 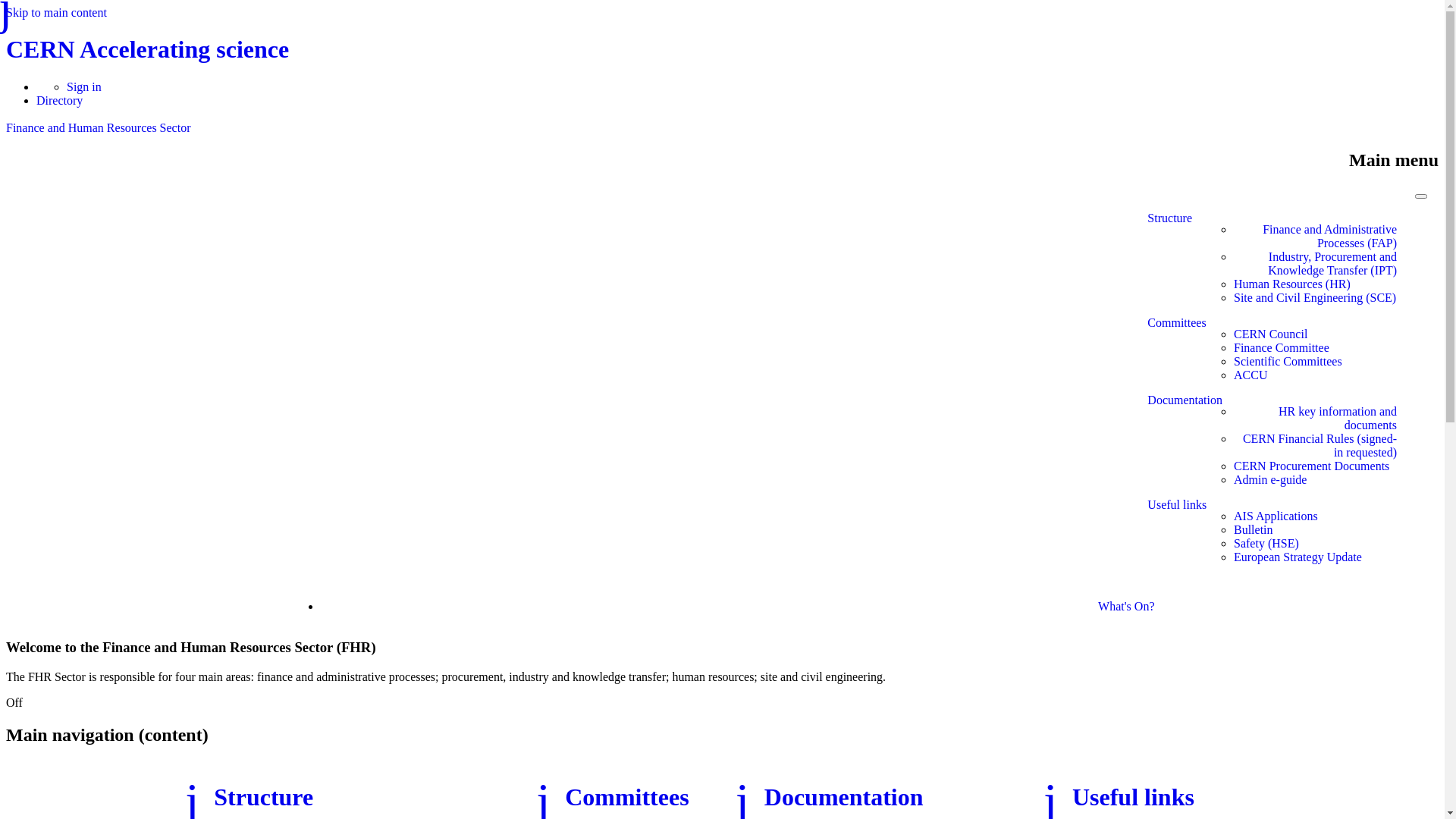 What do you see at coordinates (1234, 516) in the screenshot?
I see `'AIS Applications'` at bounding box center [1234, 516].